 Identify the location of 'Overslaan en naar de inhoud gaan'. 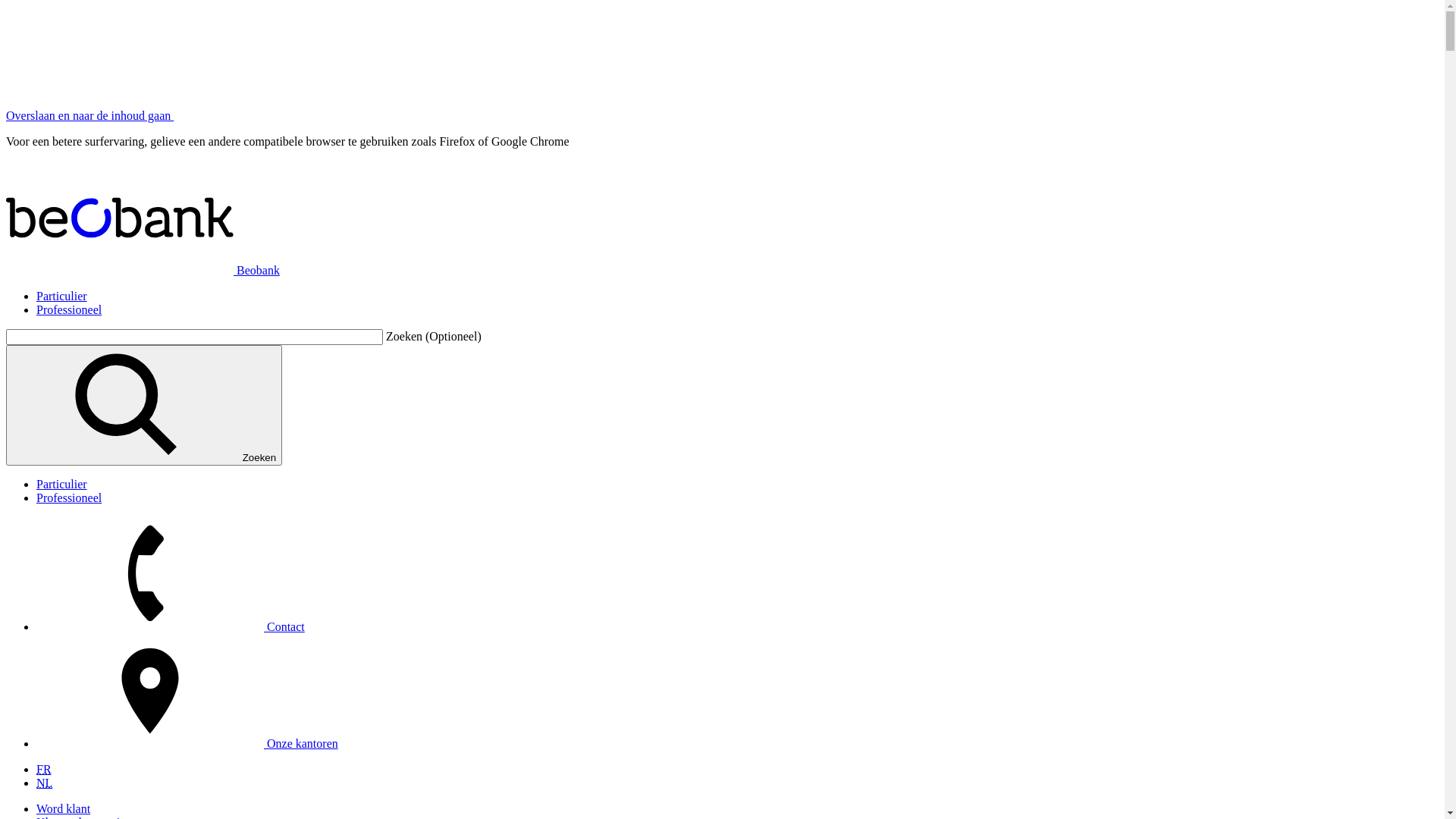
(89, 115).